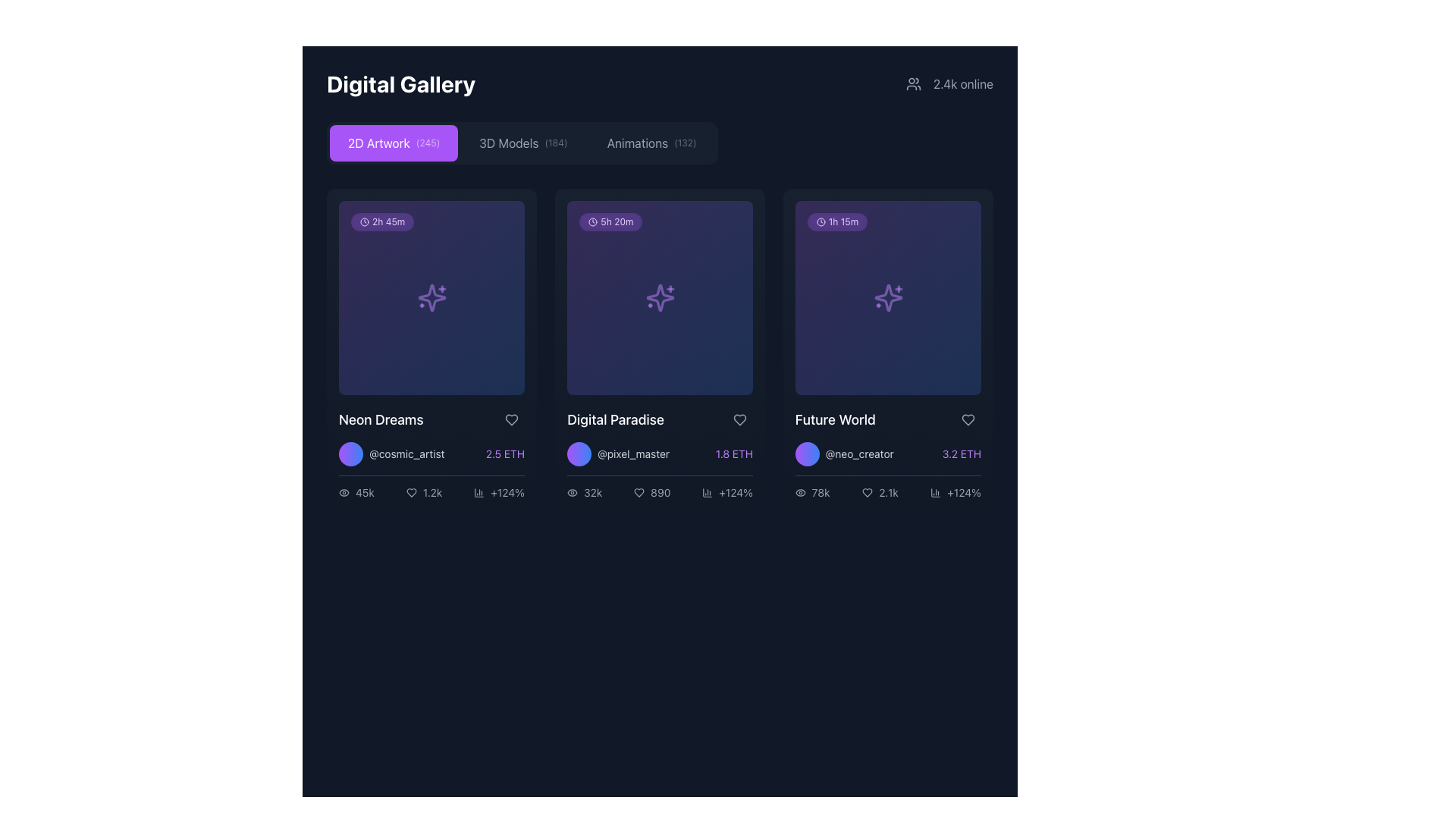 The width and height of the screenshot is (1456, 819). I want to click on the third Interactive Card, so click(888, 350).